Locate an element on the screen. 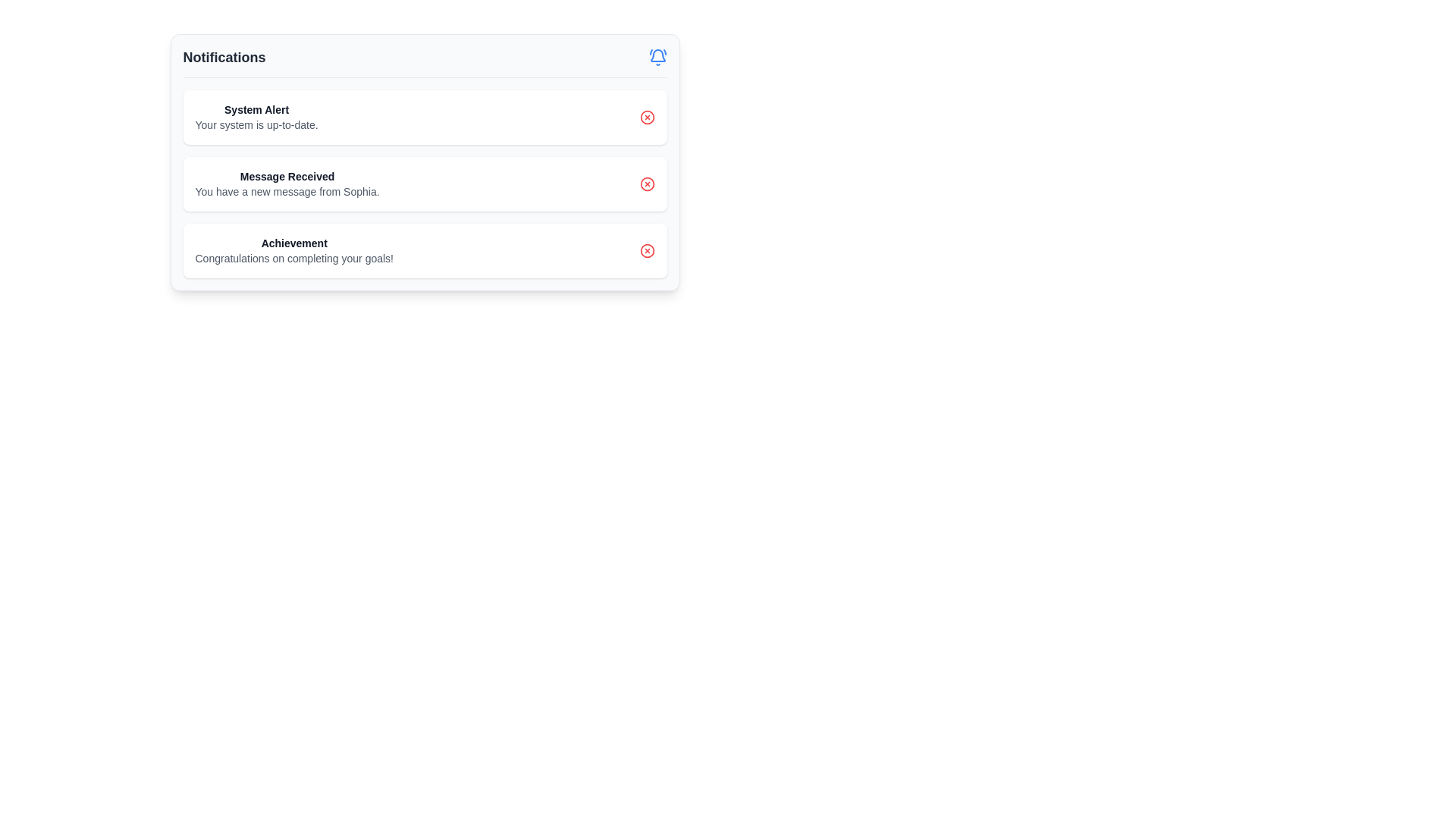 The image size is (1456, 819). message content from the Text Label that displays 'Message Received' and 'You have a new message from Sophia.' is located at coordinates (287, 184).